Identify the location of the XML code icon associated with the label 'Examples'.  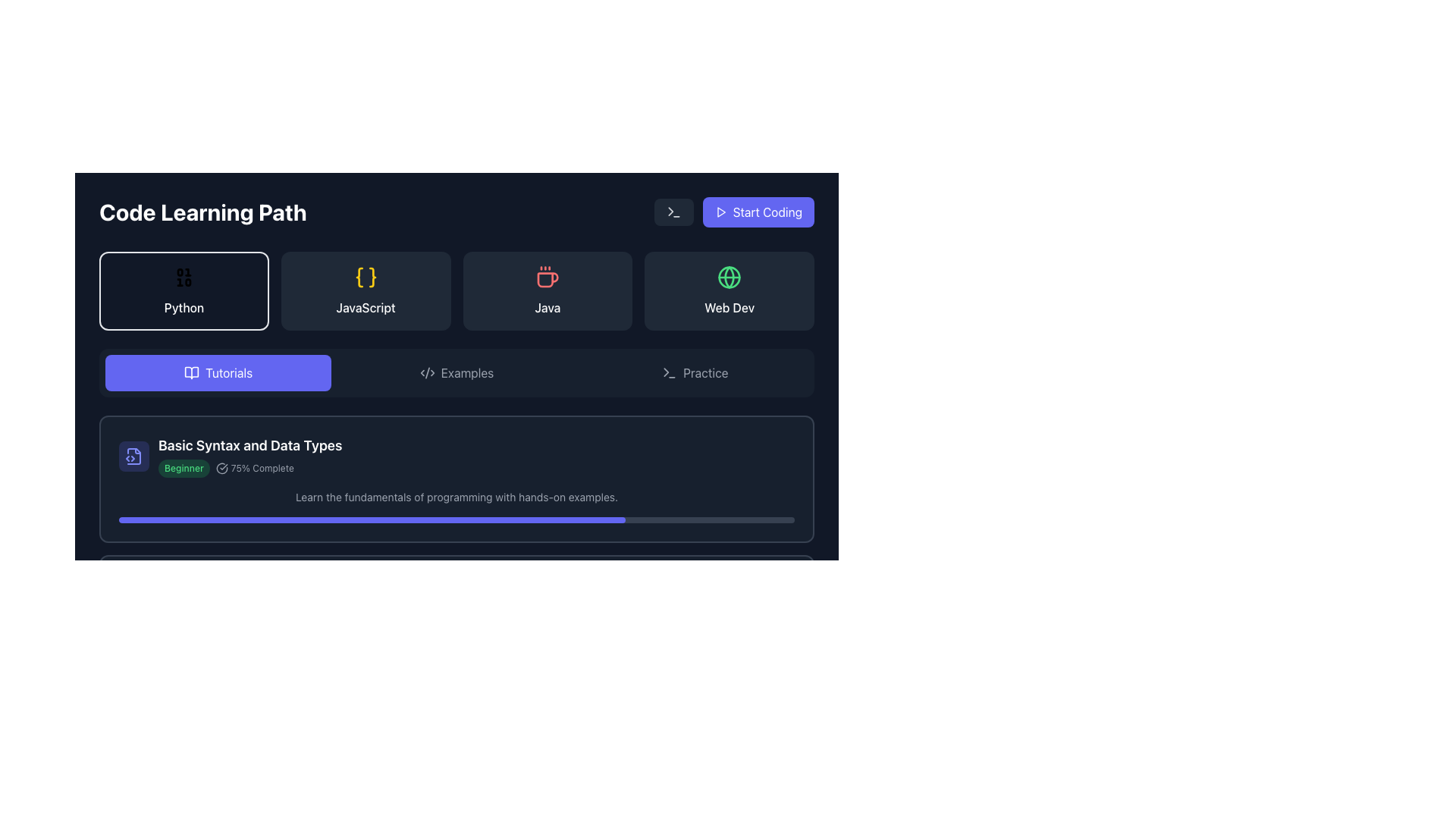
(426, 373).